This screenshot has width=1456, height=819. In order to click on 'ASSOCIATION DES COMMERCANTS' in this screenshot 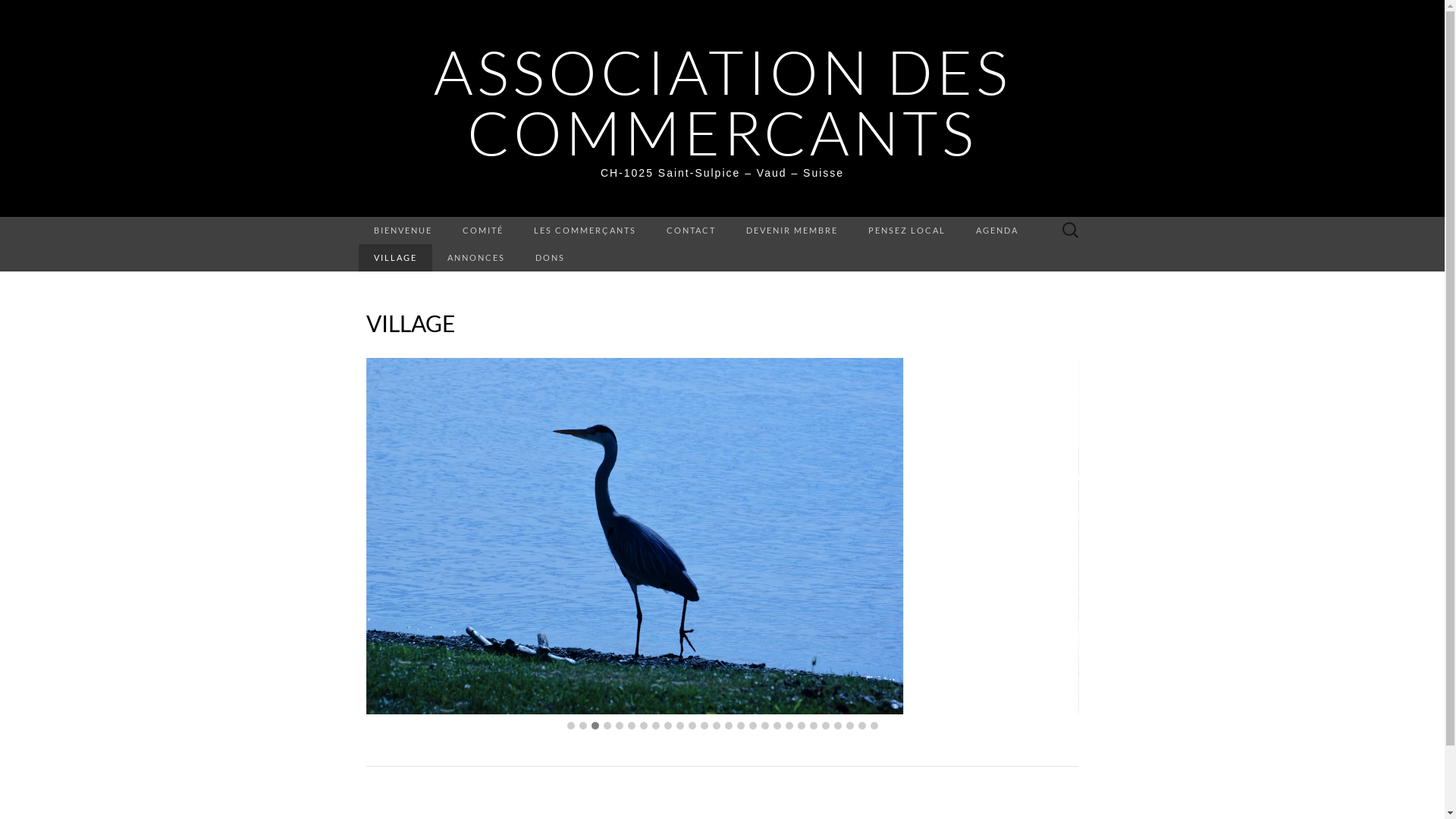, I will do `click(432, 102)`.